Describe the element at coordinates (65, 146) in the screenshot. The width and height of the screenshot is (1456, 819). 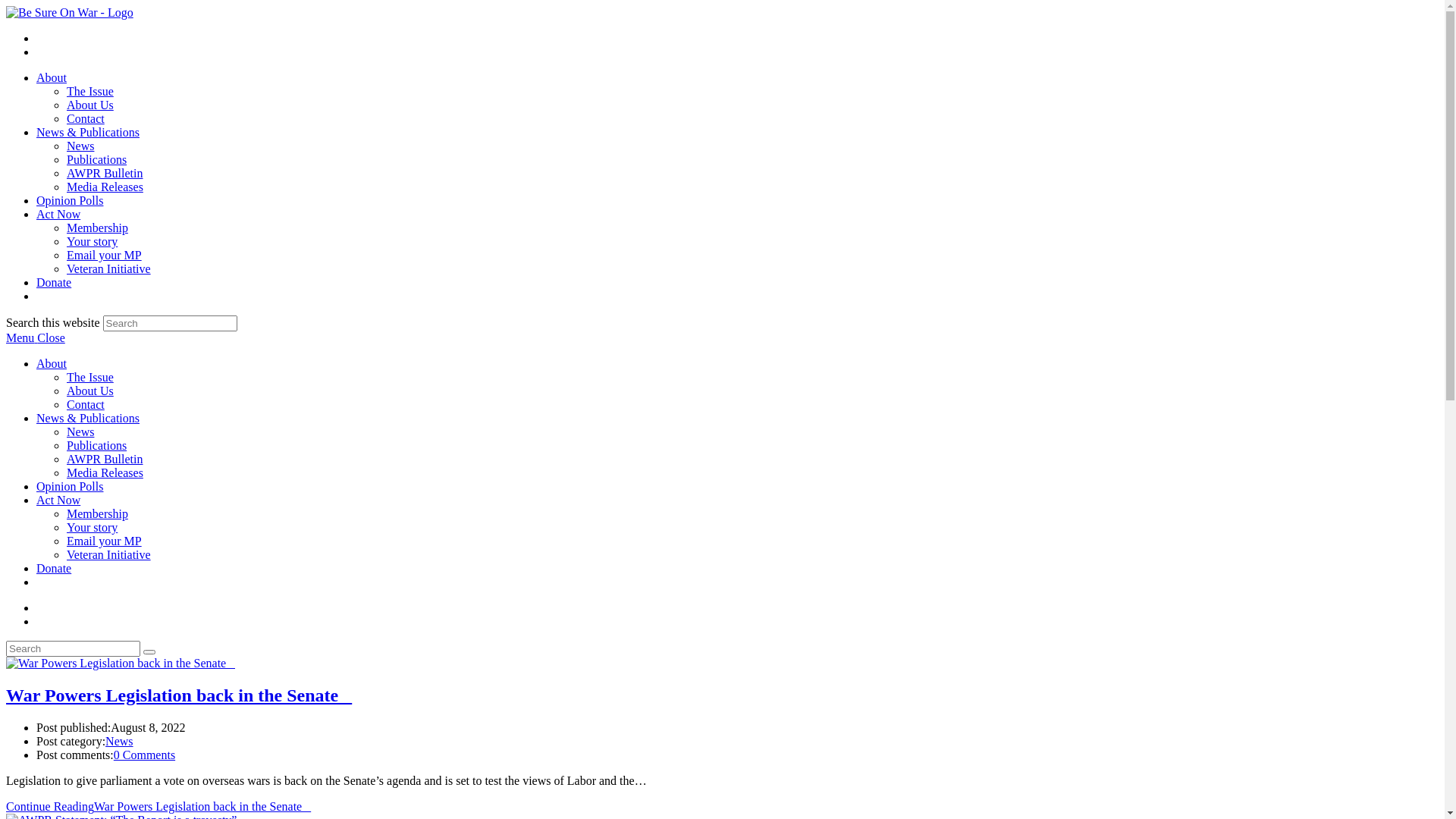
I see `'News'` at that location.